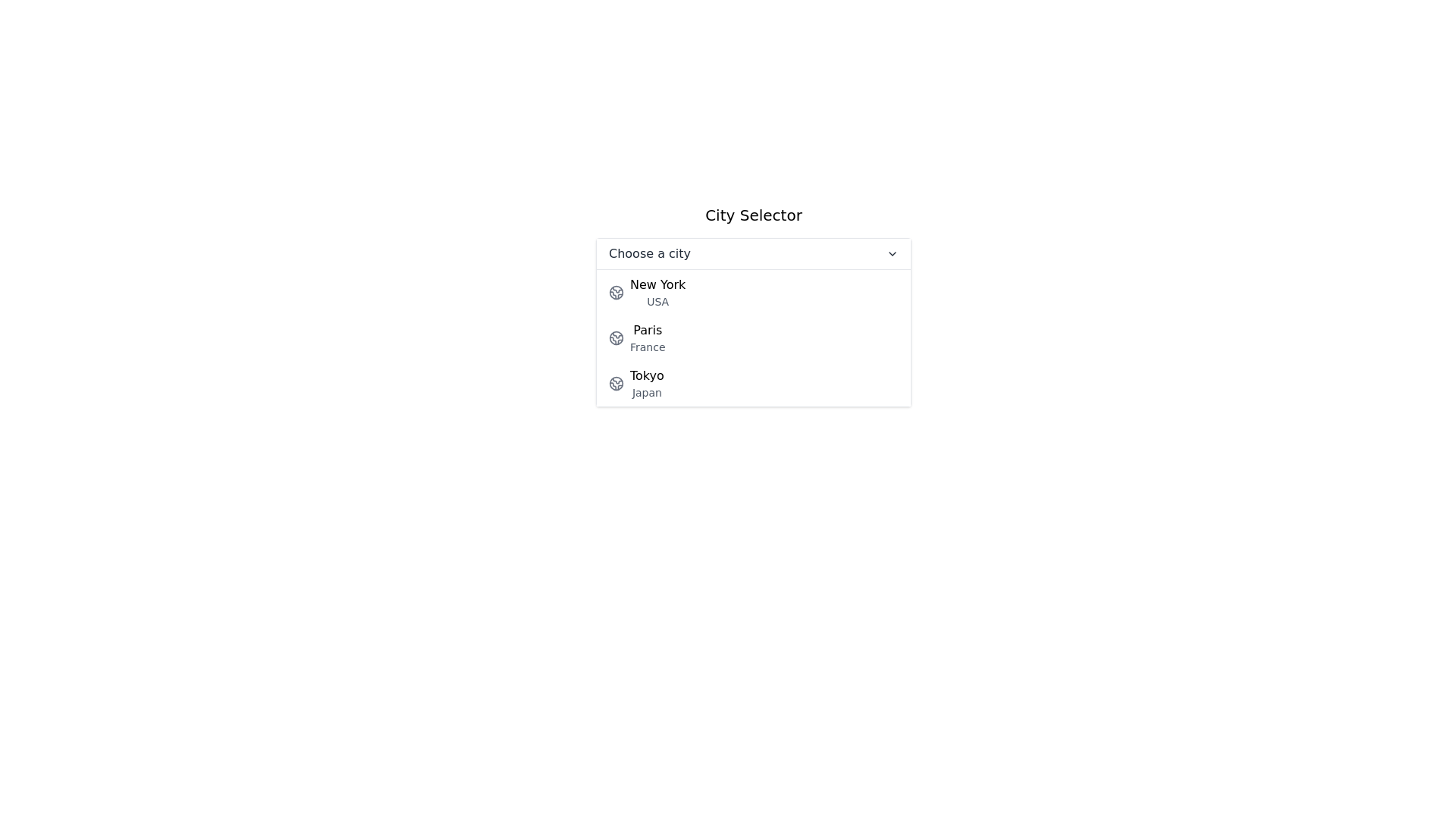 This screenshot has height=819, width=1456. Describe the element at coordinates (647, 391) in the screenshot. I see `the static text label indicating the country associated with 'Tokyo', which is 'Japan', located in the dropdown menu of the city selector widget` at that location.